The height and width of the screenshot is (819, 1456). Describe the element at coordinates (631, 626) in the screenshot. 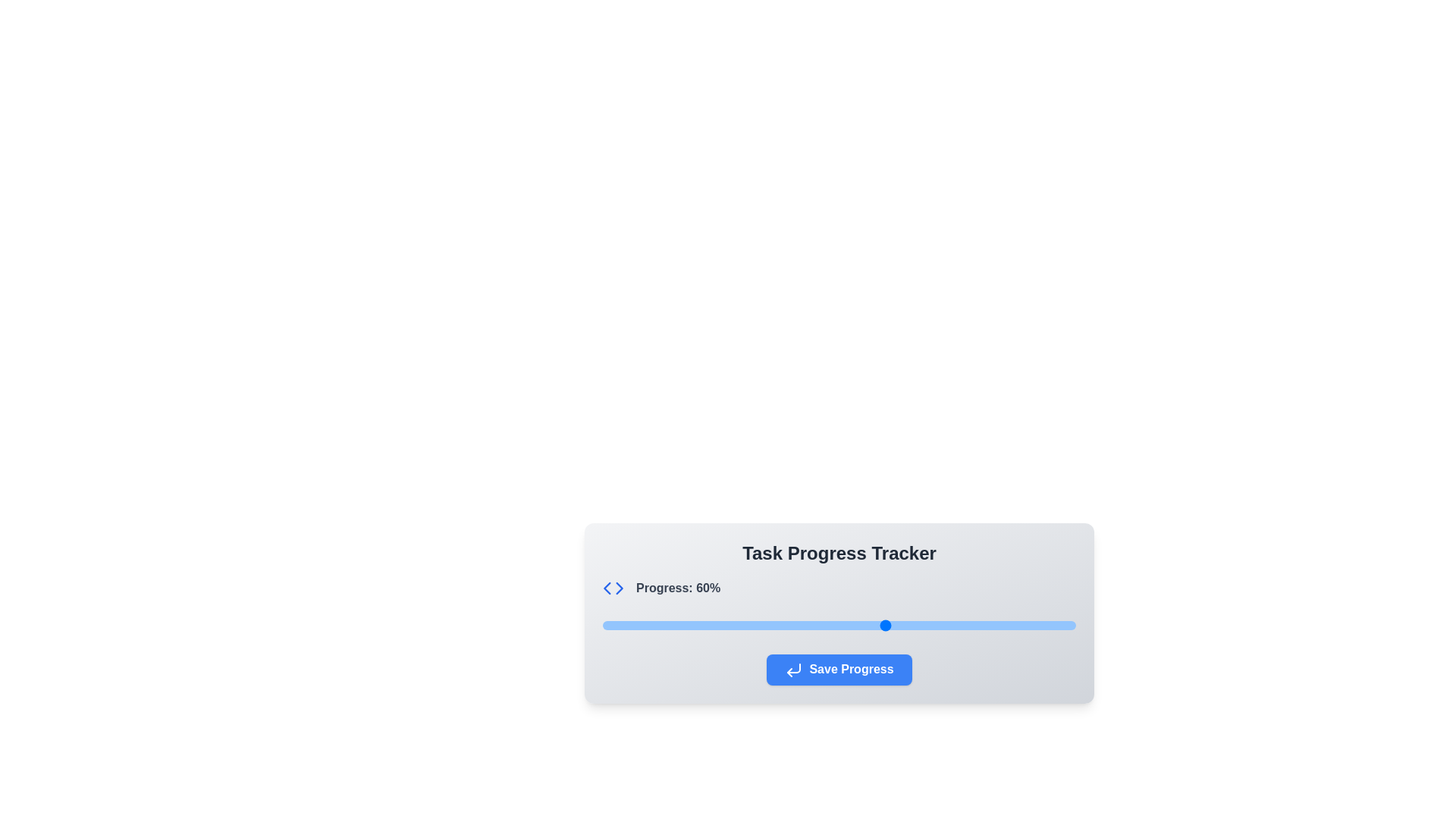

I see `the progress slider to 6%` at that location.